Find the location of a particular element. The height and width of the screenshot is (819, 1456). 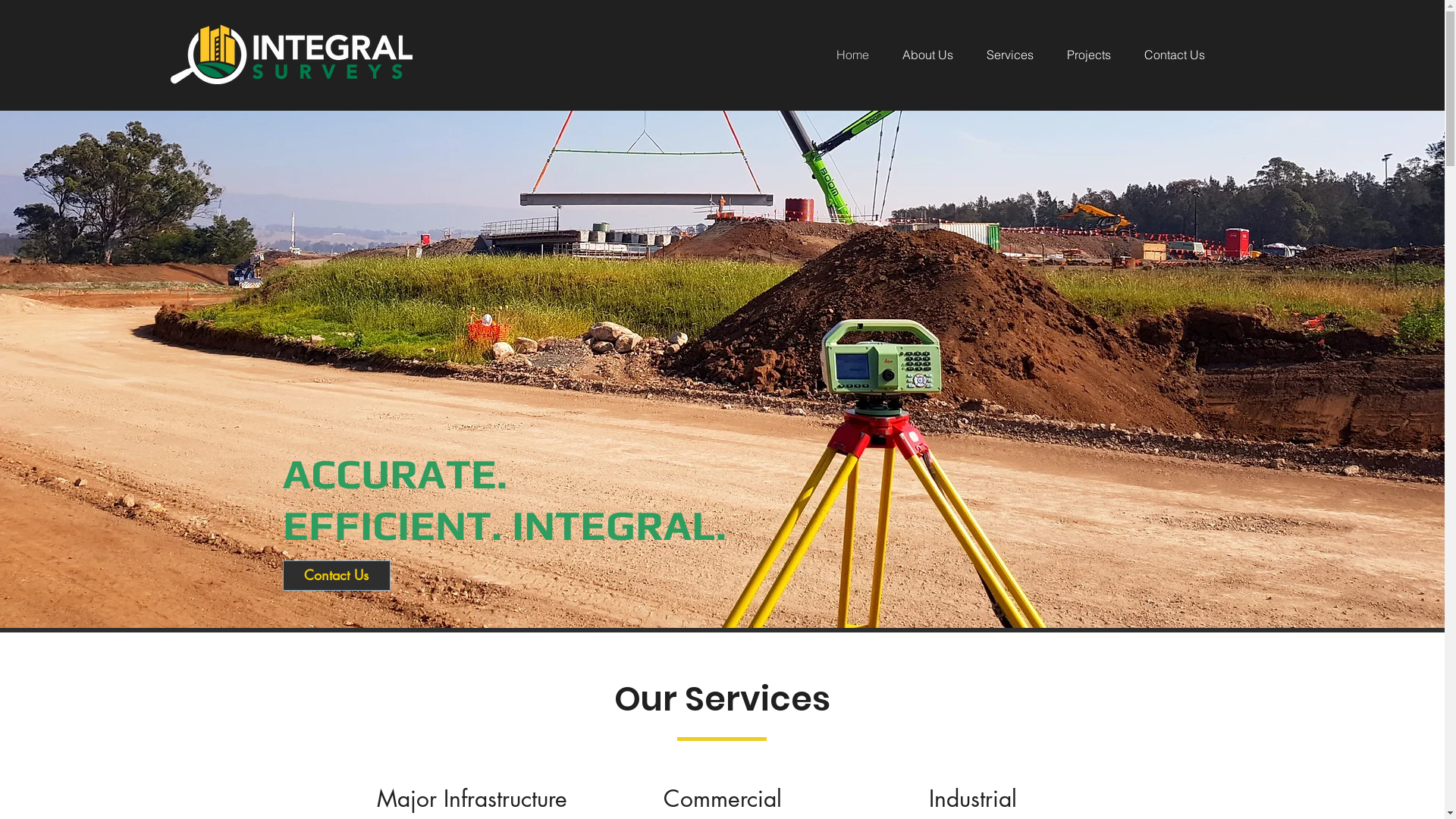

'Projects' is located at coordinates (1078, 54).